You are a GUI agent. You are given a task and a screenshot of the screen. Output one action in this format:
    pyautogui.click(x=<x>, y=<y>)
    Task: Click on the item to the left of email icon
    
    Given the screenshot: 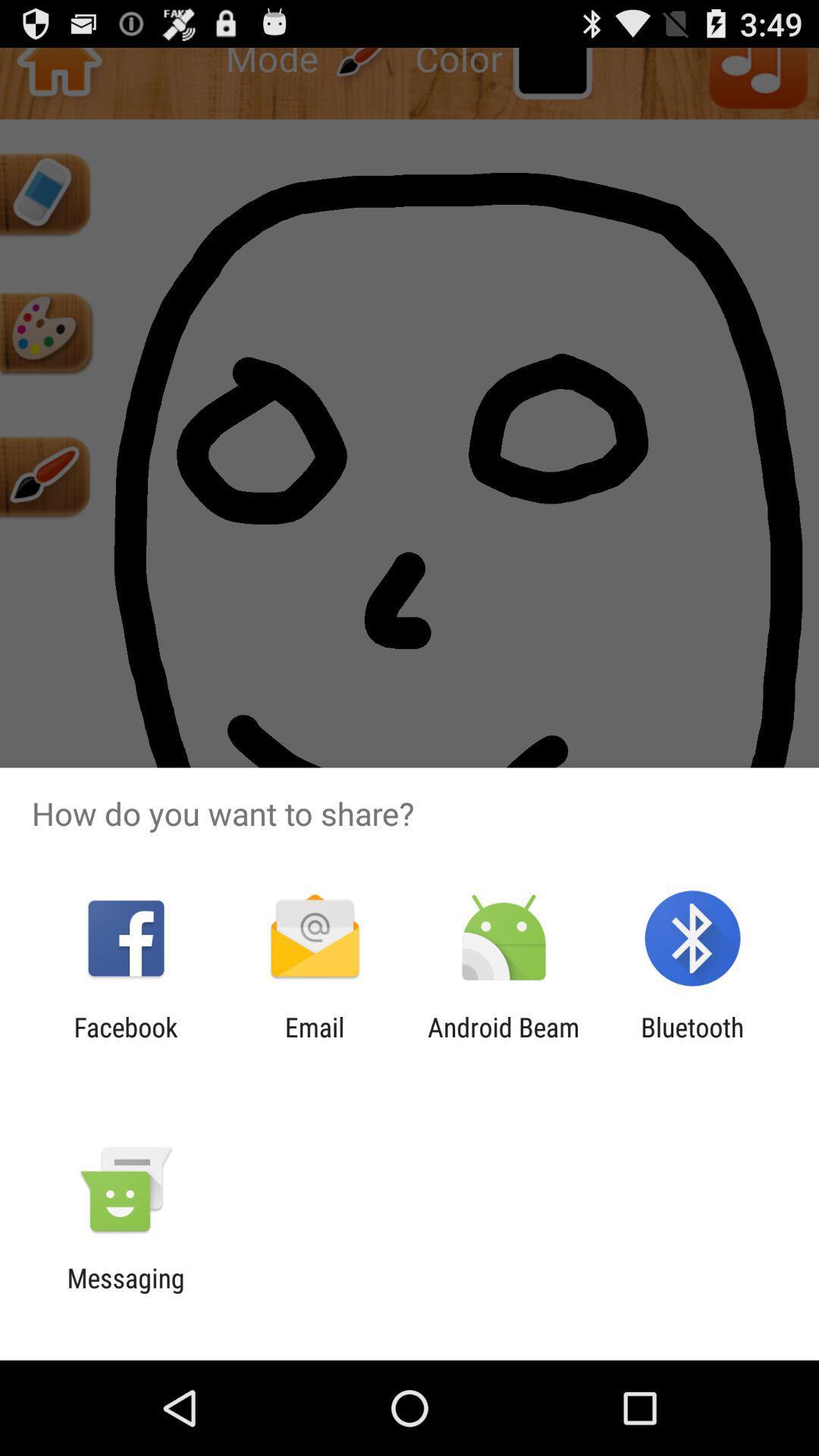 What is the action you would take?
    pyautogui.click(x=125, y=1042)
    